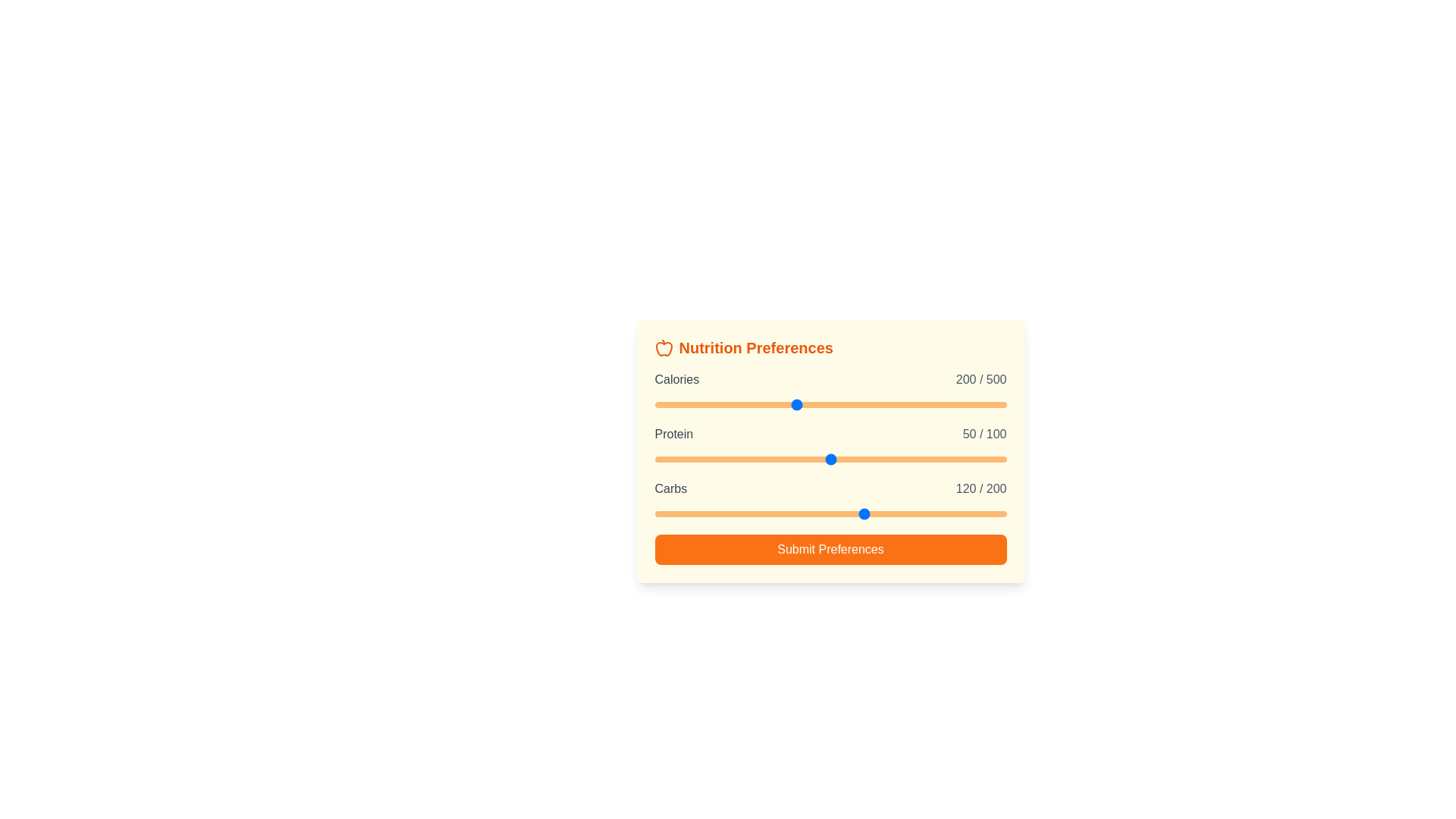 Image resolution: width=1456 pixels, height=819 pixels. Describe the element at coordinates (958, 513) in the screenshot. I see `the carbs value` at that location.